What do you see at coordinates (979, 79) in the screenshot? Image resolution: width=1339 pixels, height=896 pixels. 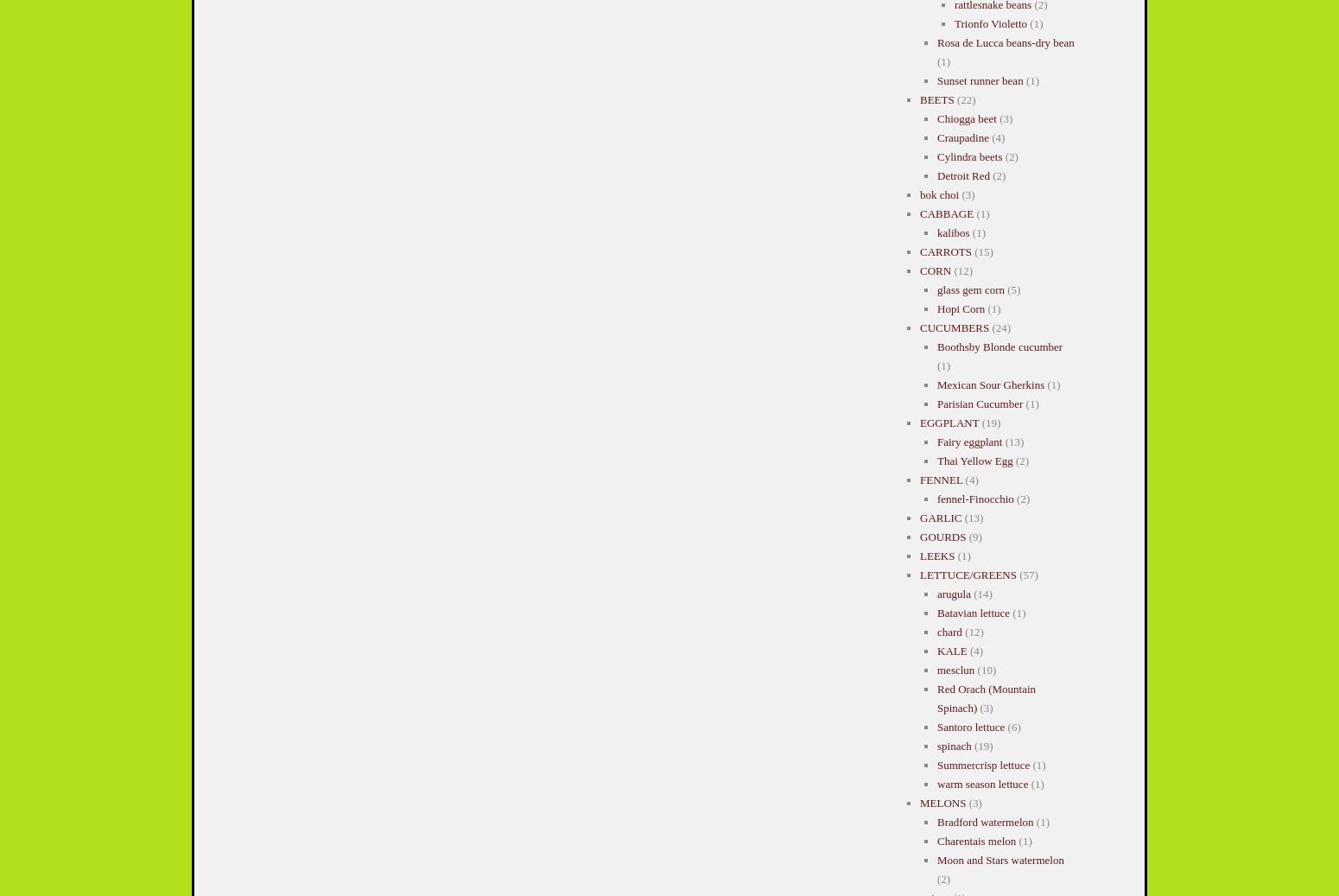 I see `'Sunset runner bean'` at bounding box center [979, 79].